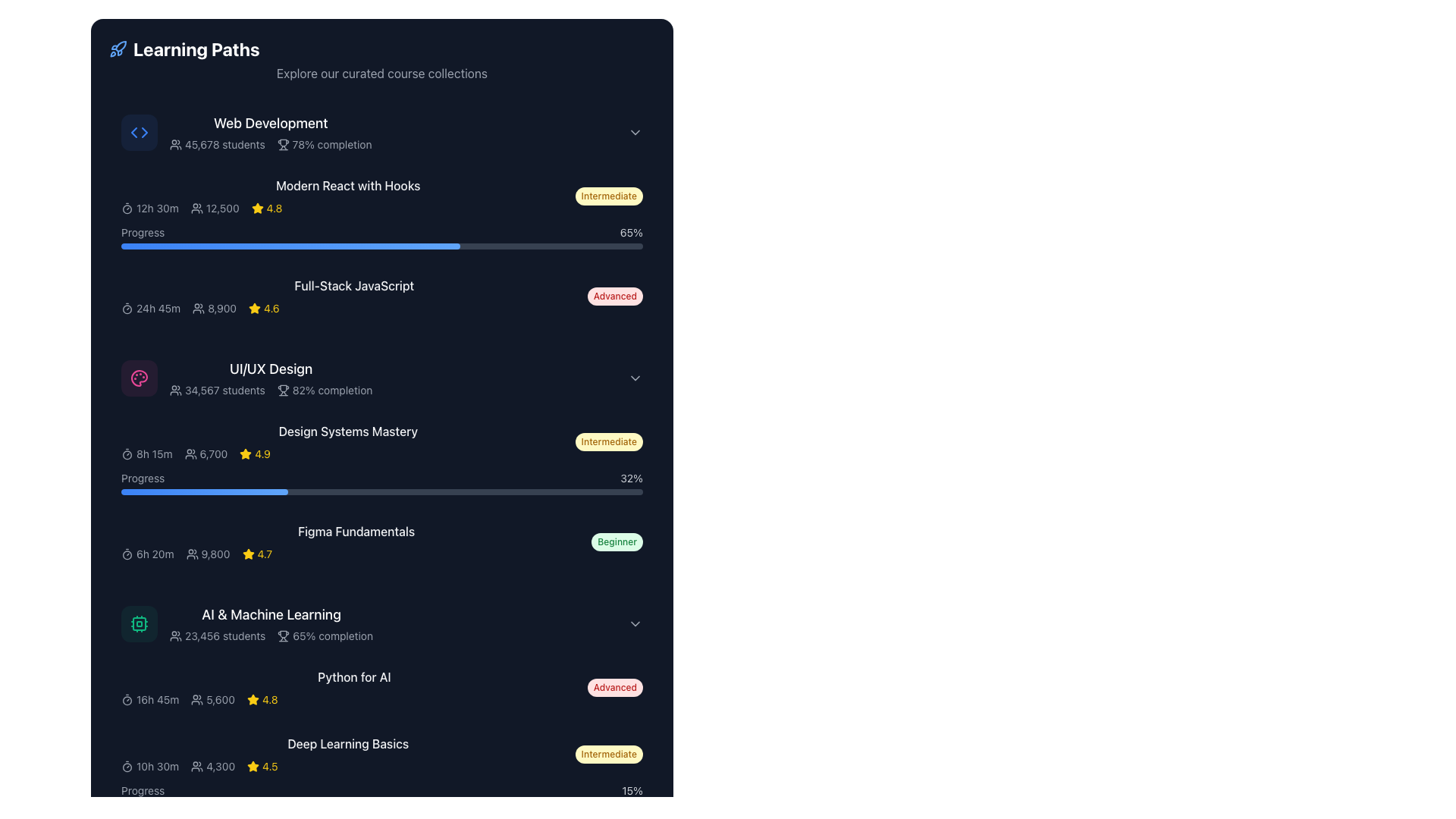 The image size is (1456, 819). What do you see at coordinates (325, 636) in the screenshot?
I see `the completion rate indicator element displaying '65% completion' with a trophy icon in the 'AI & Machine Learning' section of the 'Learning Paths' interface` at bounding box center [325, 636].